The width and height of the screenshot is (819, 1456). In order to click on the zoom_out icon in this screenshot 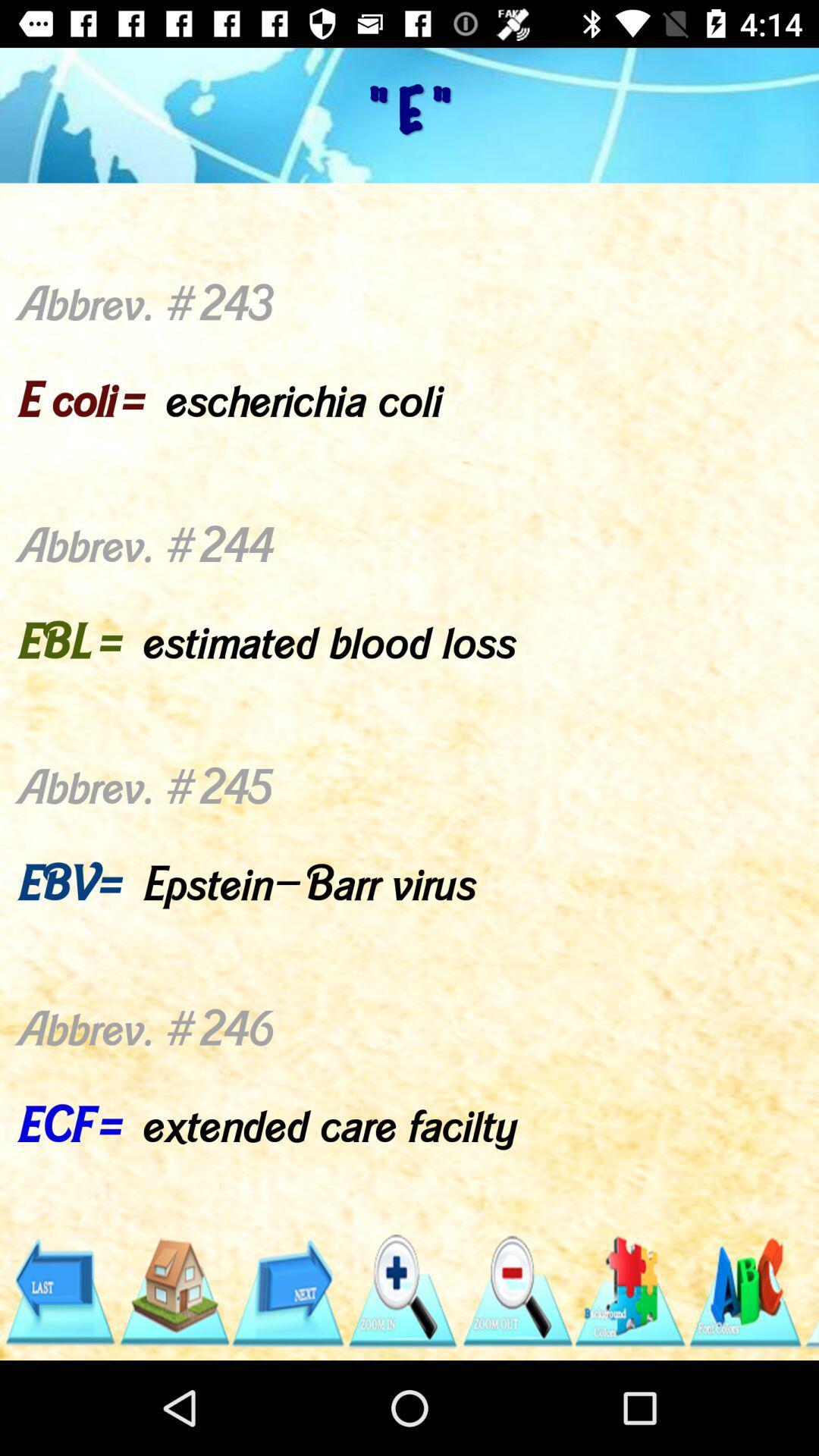, I will do `click(516, 1291)`.